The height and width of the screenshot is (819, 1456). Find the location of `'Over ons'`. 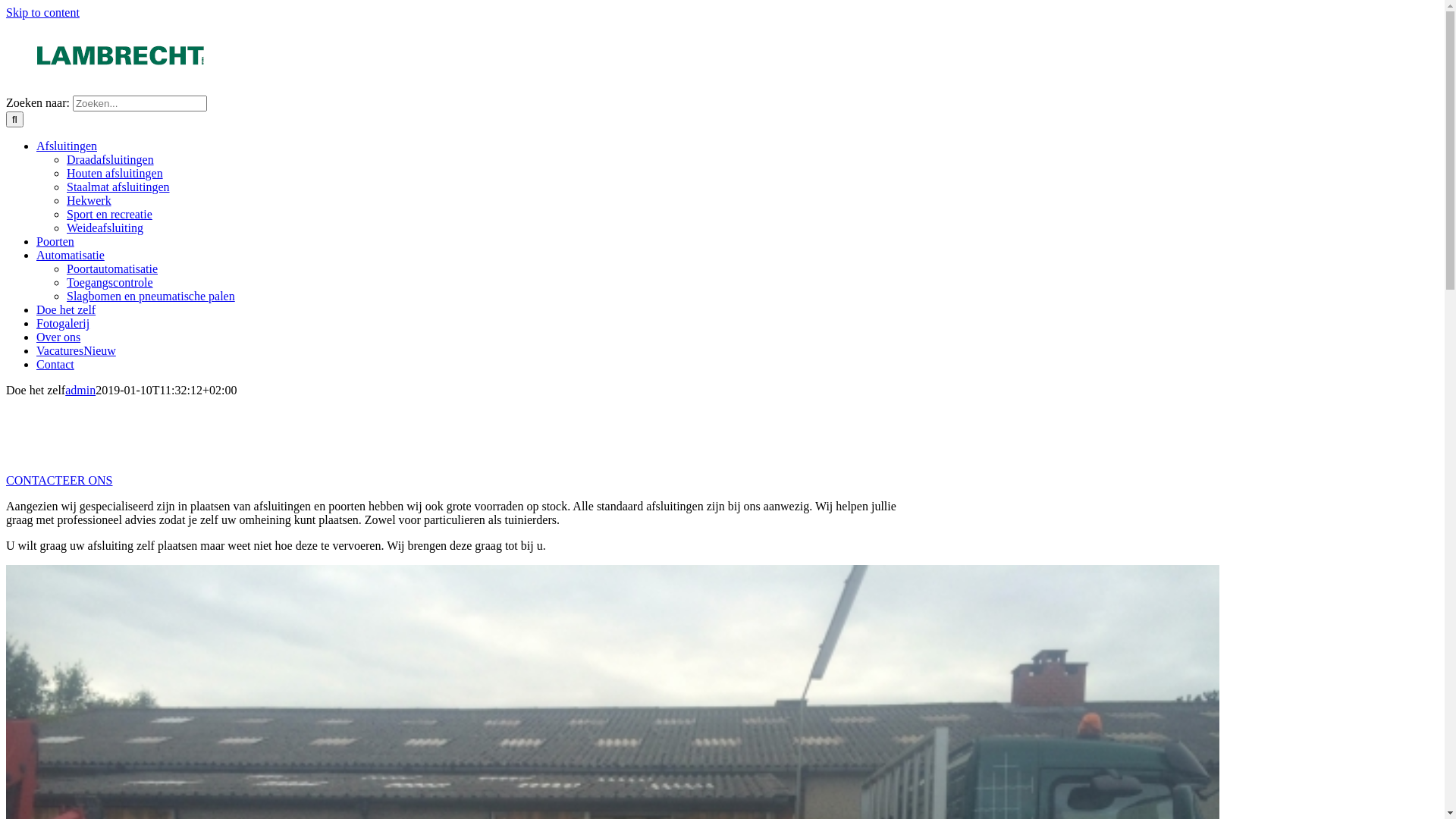

'Over ons' is located at coordinates (36, 336).